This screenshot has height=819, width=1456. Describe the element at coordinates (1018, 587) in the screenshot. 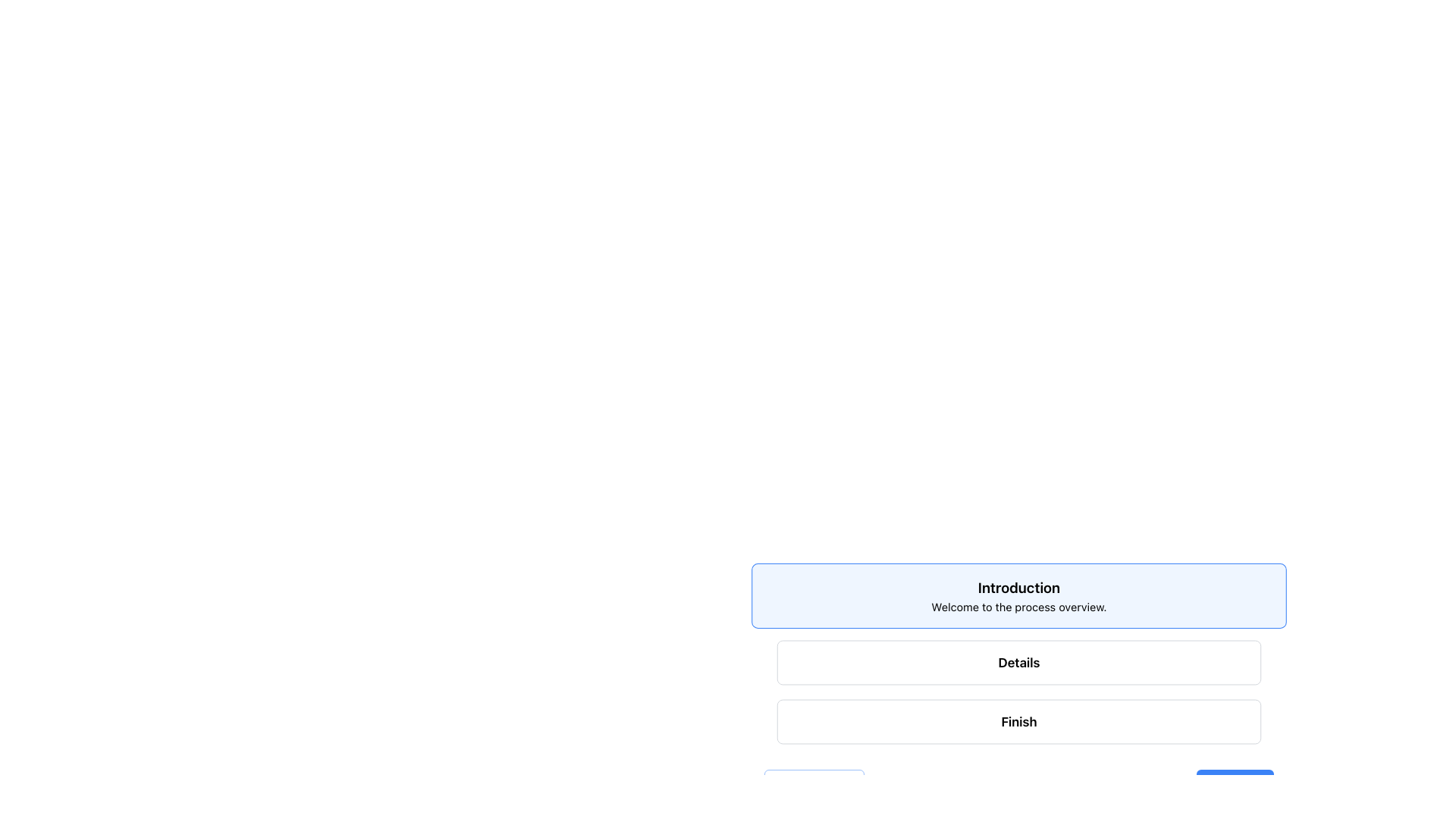

I see `the text label displaying 'Introduction' in bold, black font located on a light blue background` at that location.